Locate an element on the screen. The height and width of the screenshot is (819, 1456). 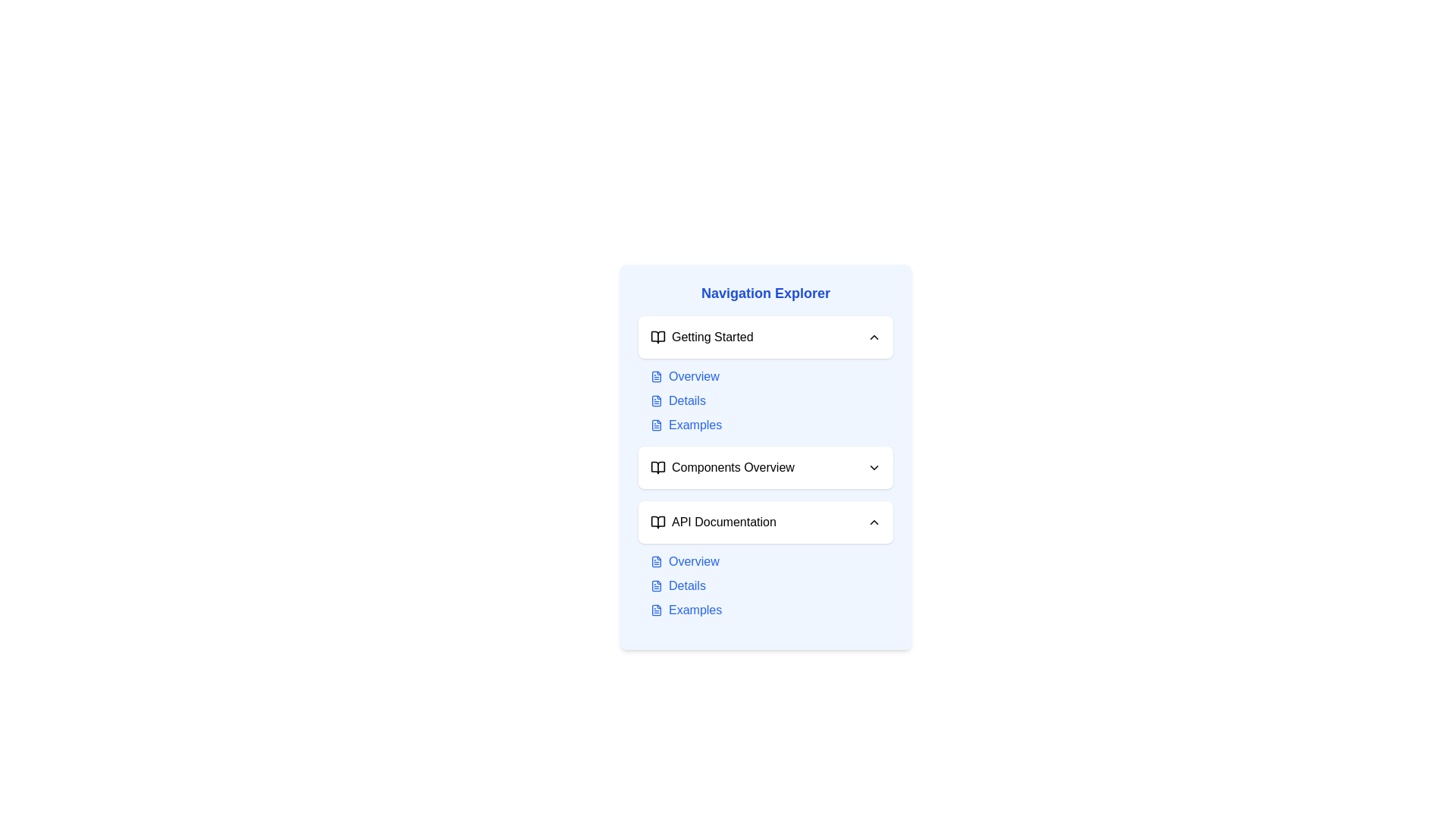
the 'API Documentation' link with an open book icon, located is located at coordinates (712, 522).